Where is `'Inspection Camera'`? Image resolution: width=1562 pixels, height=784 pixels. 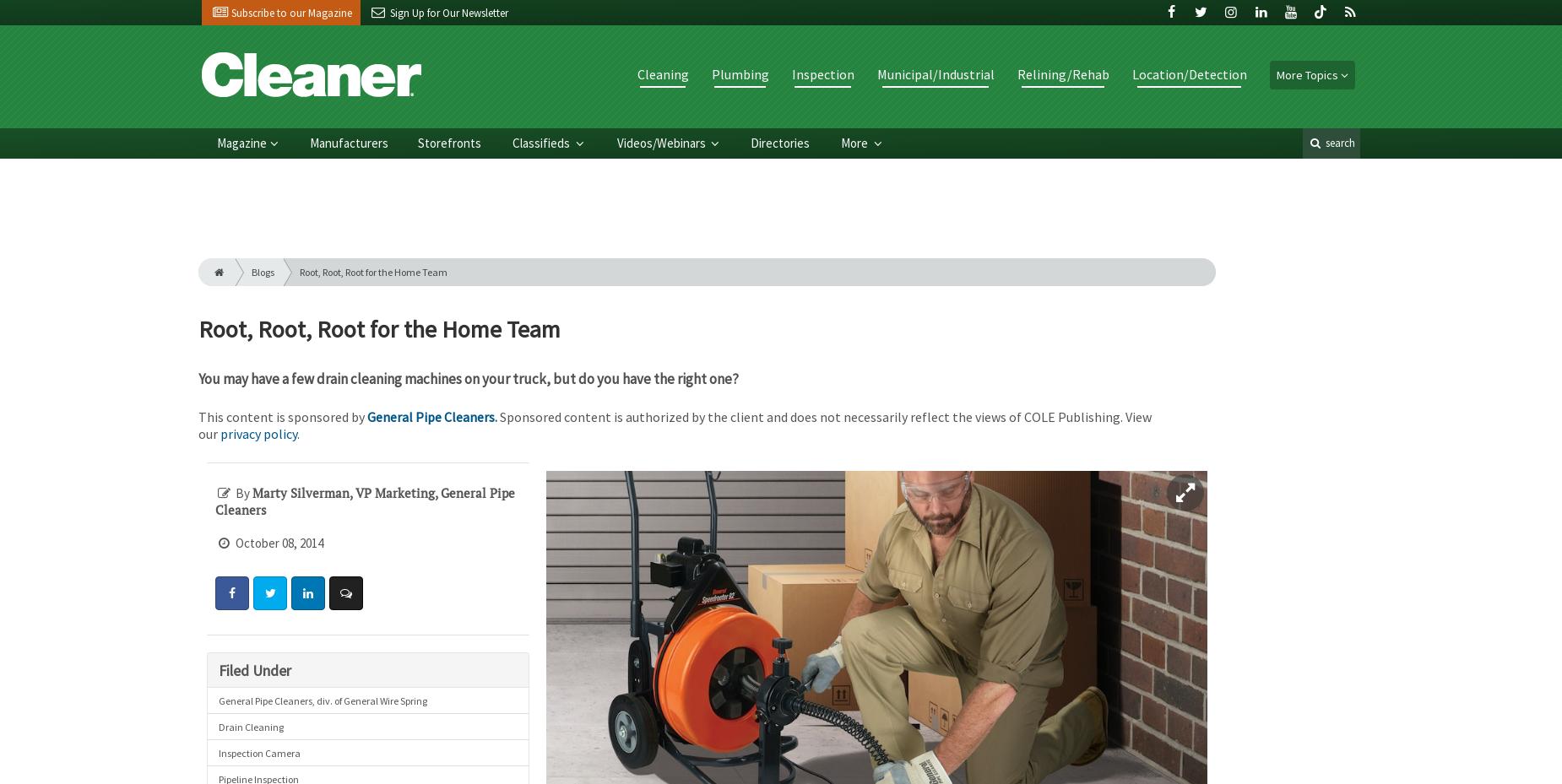 'Inspection Camera' is located at coordinates (258, 752).